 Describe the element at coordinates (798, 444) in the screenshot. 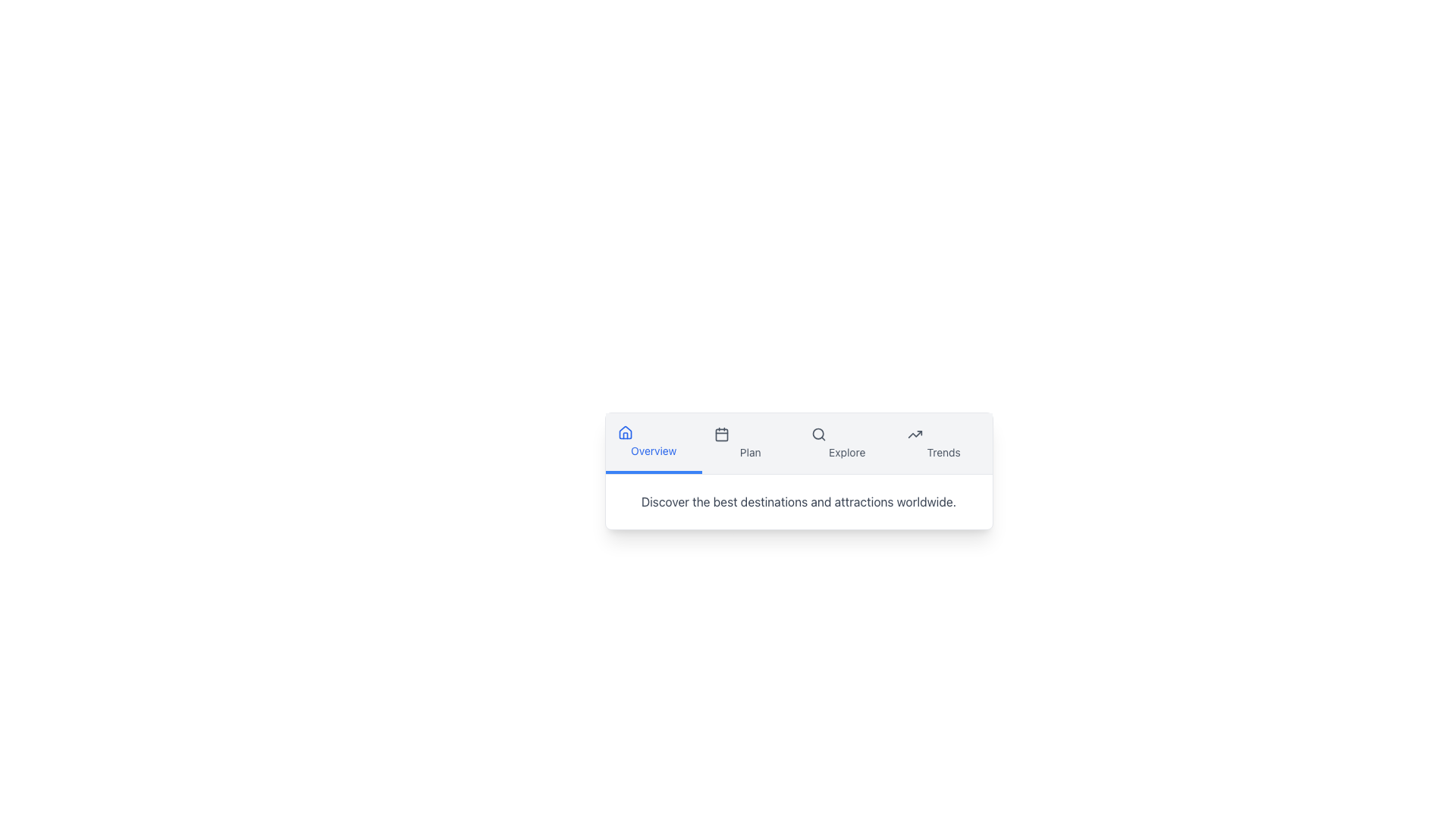

I see `the Navigation bar at the top of the lower section, which provides access to 'Overview,' 'Plan,' 'Explore,' and 'Trends.'` at that location.